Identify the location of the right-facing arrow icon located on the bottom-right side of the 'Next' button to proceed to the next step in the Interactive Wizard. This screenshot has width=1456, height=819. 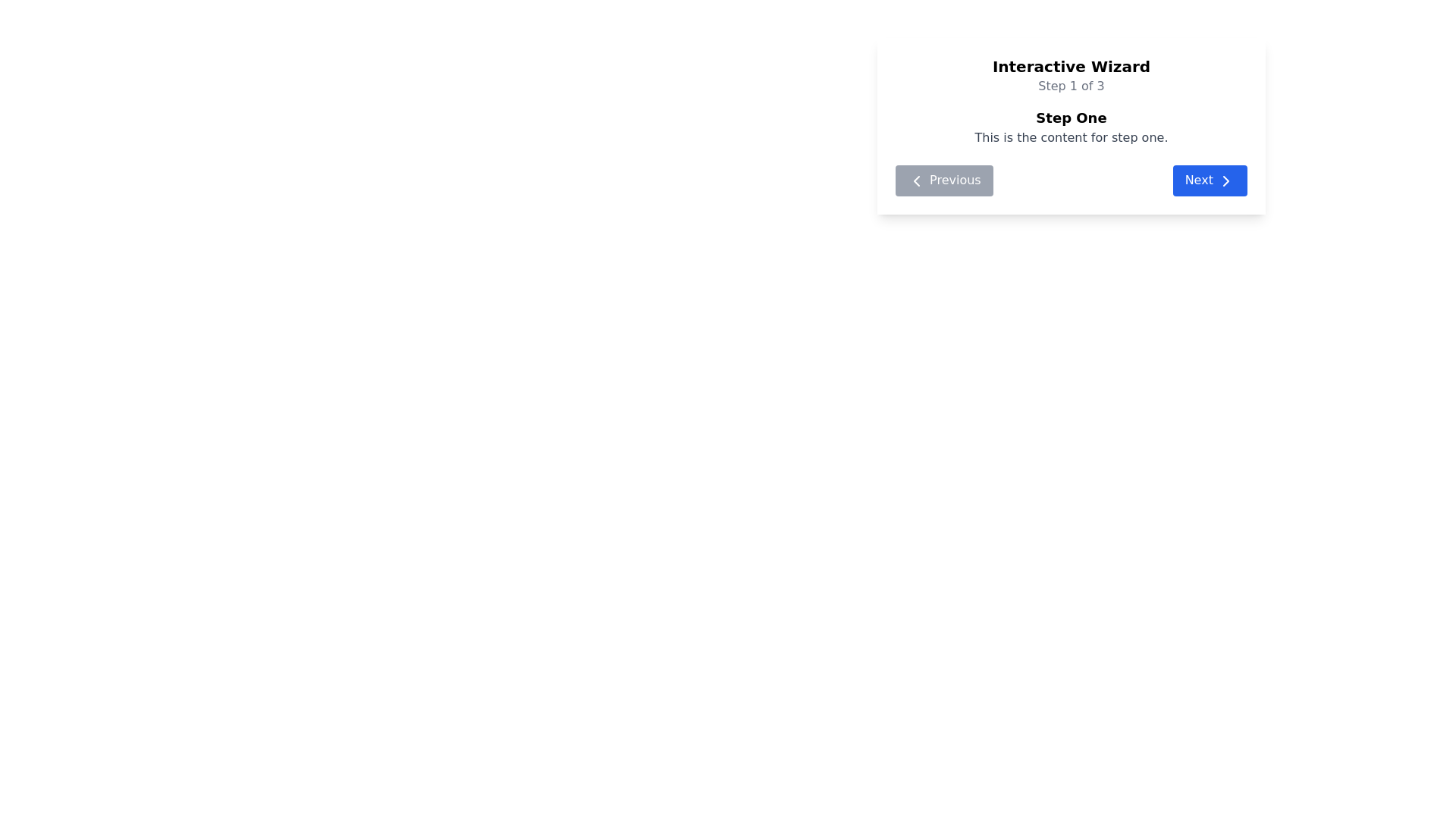
(1226, 180).